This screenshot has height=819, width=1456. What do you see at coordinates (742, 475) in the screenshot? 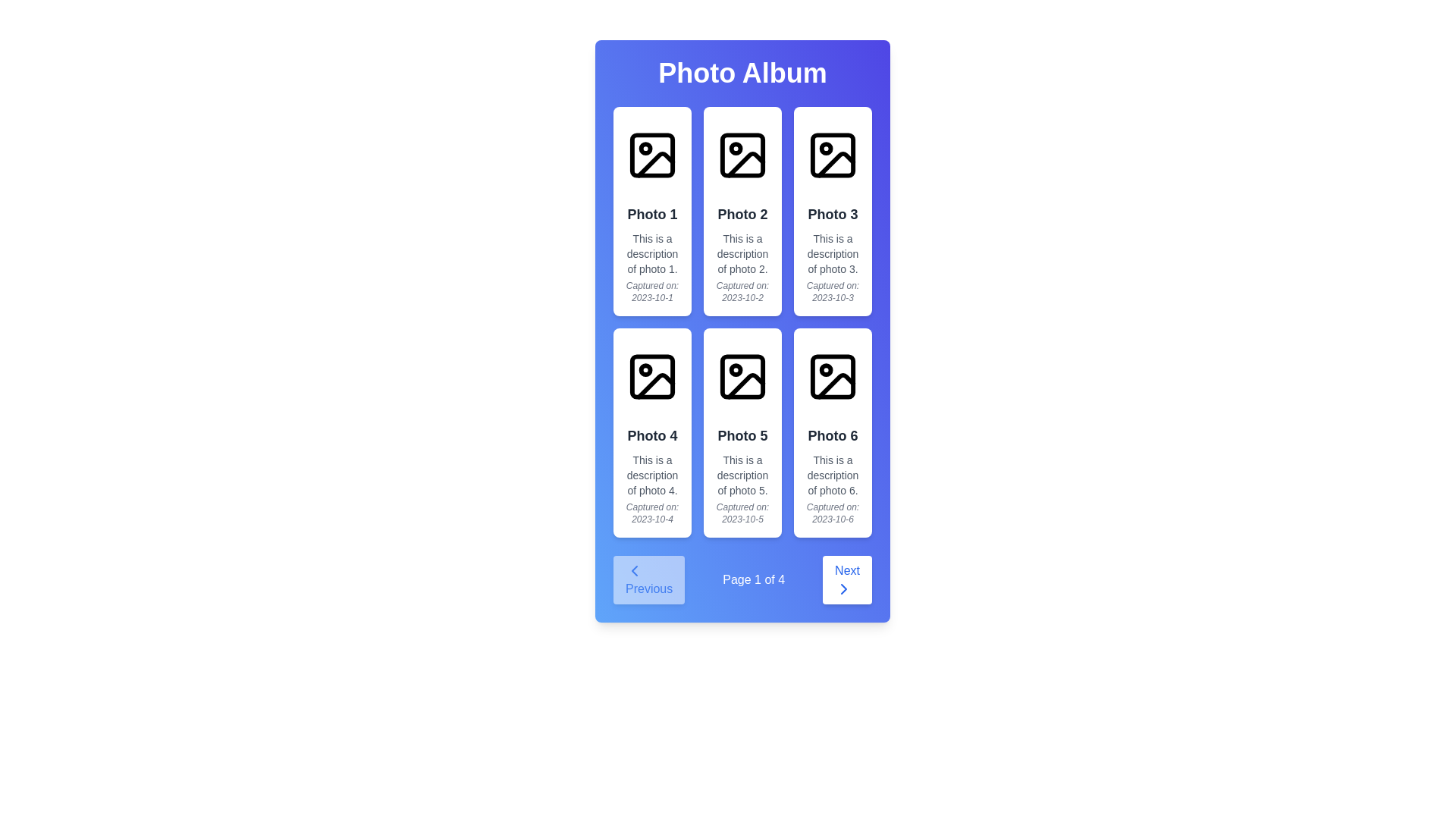
I see `the Text Label that provides additional information about the specific photo, located below 'Photo 5' and above 'Captured on: 2023-10-5'` at bounding box center [742, 475].